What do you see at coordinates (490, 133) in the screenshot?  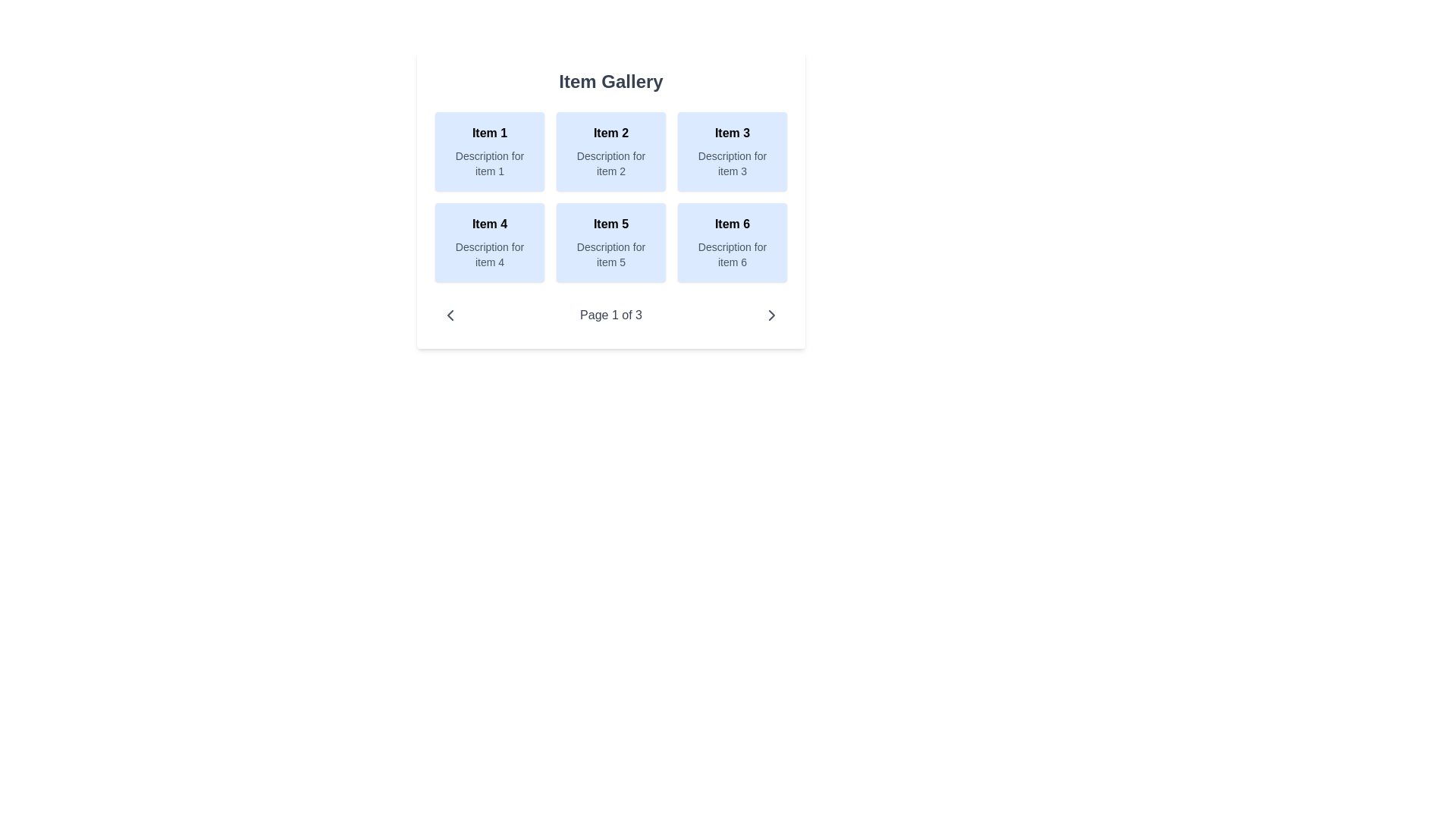 I see `the text label 'Item 1' located in the top card of the leftmost column in the 'Item Gallery' interface` at bounding box center [490, 133].